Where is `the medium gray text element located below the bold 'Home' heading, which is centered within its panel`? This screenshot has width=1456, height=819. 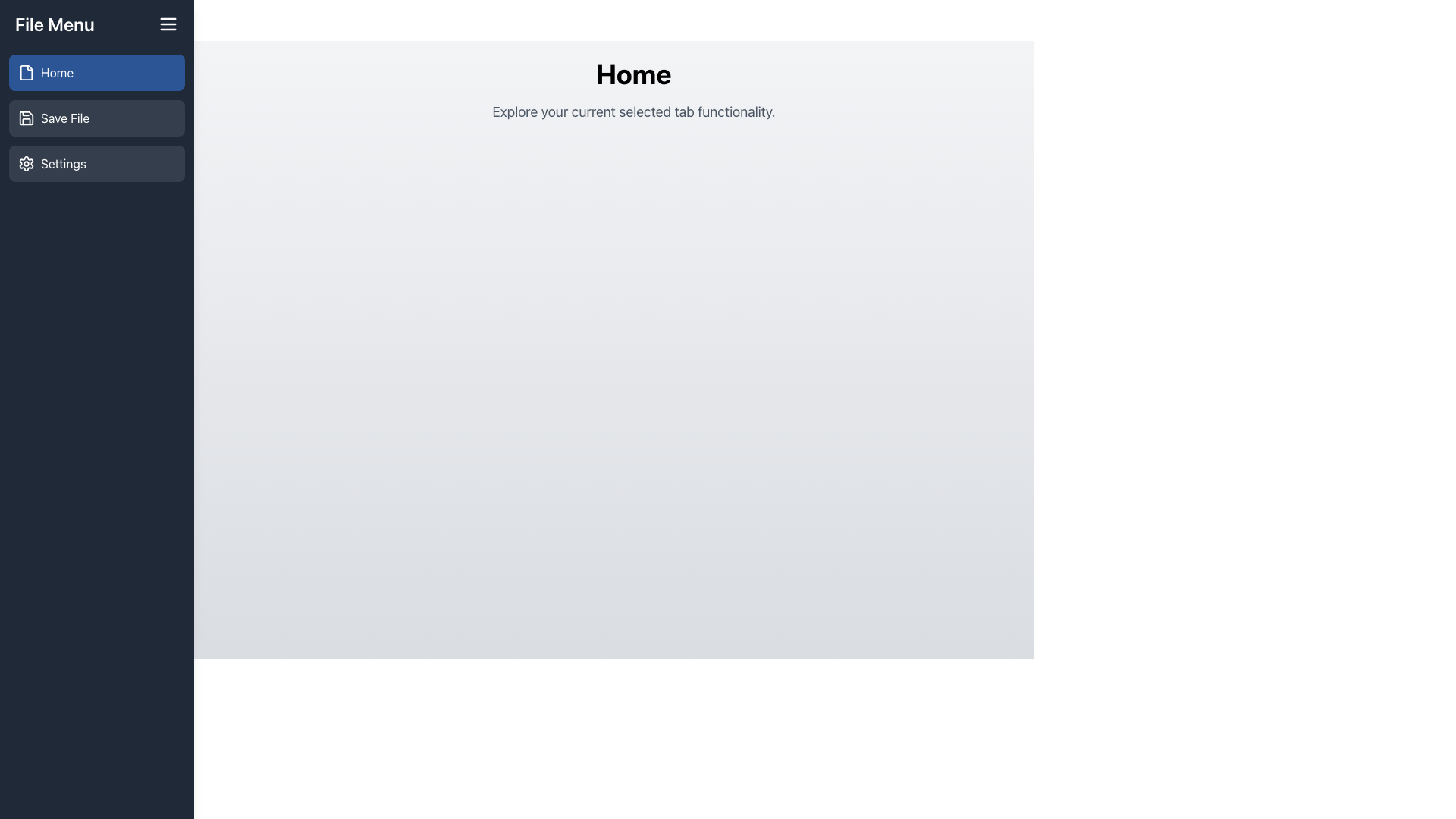
the medium gray text element located below the bold 'Home' heading, which is centered within its panel is located at coordinates (633, 111).